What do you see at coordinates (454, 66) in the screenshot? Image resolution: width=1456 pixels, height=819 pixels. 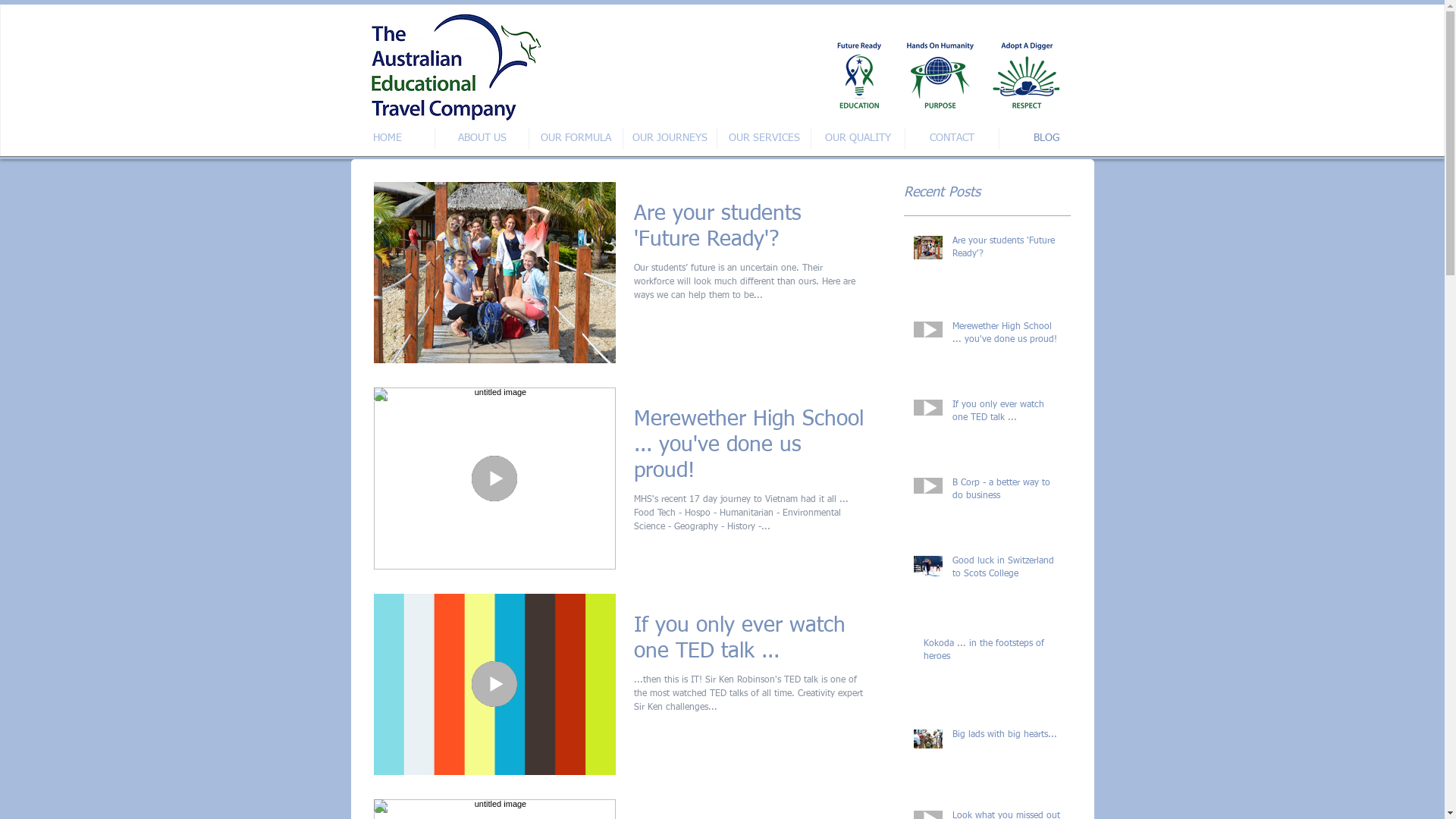 I see `'Screenshot 2016-10-04 19.30.11.png'` at bounding box center [454, 66].